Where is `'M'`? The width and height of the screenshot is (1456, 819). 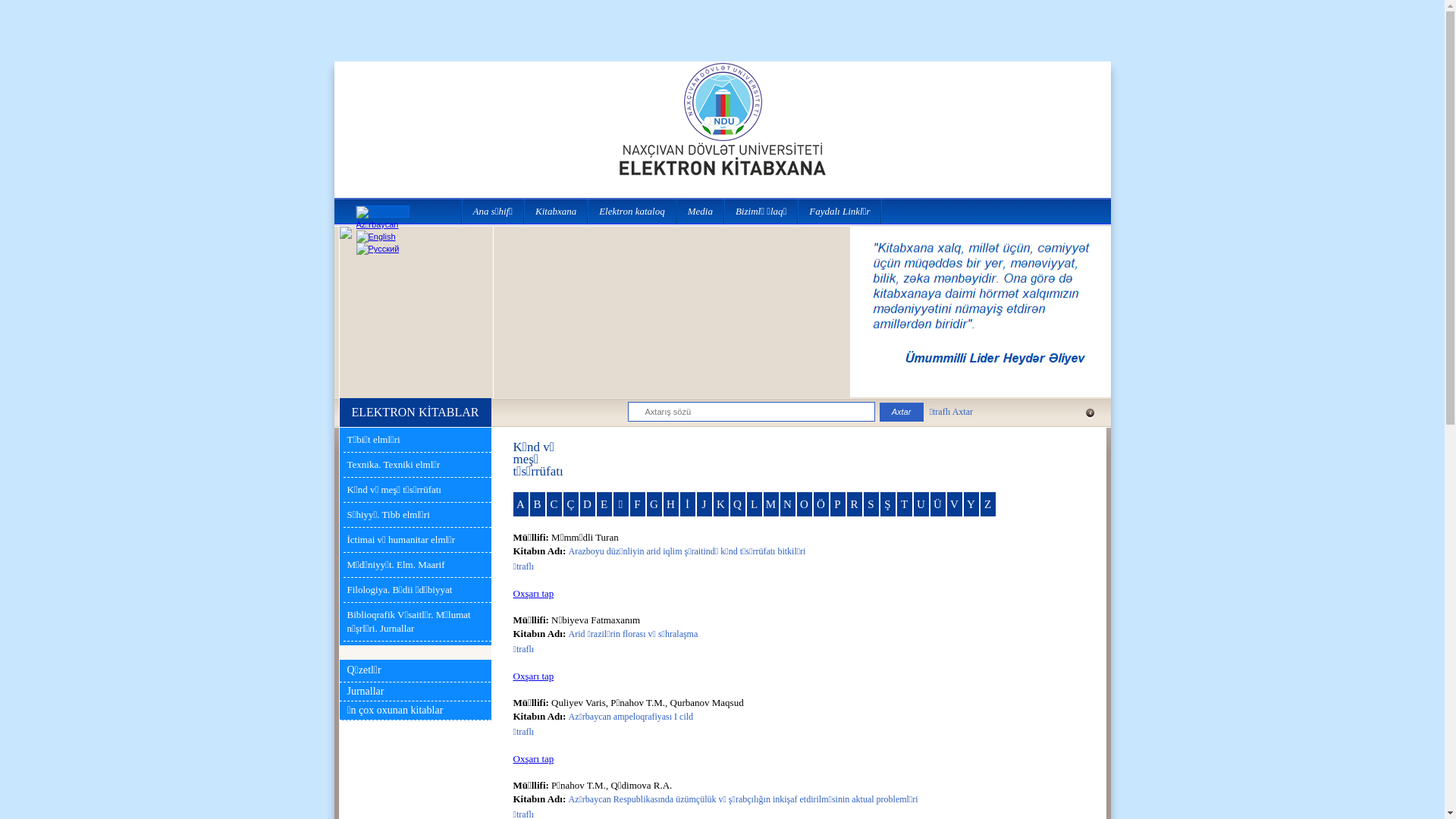 'M' is located at coordinates (770, 504).